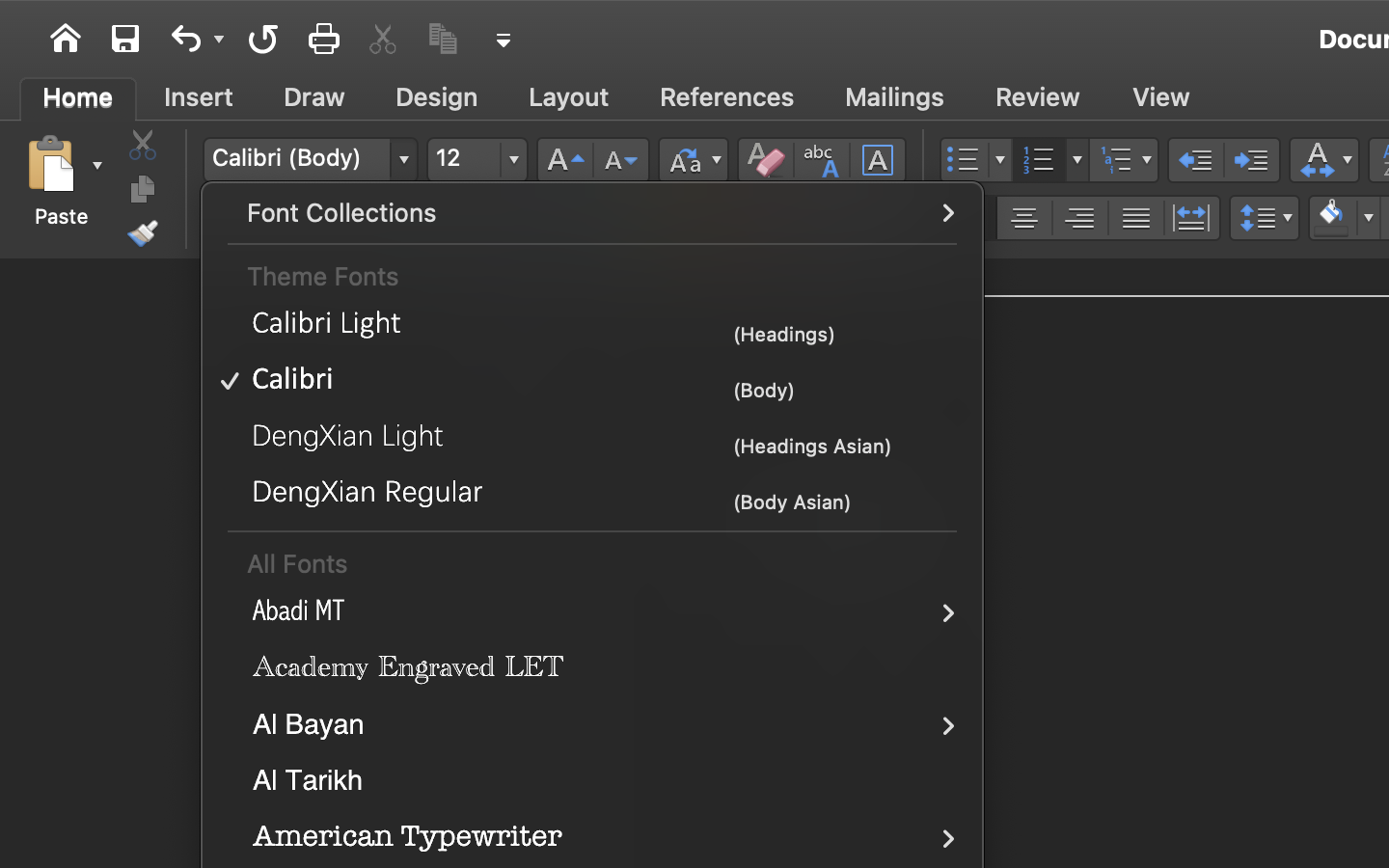 This screenshot has height=868, width=1389. Describe the element at coordinates (310, 159) in the screenshot. I see `'Calibri (Body)'` at that location.